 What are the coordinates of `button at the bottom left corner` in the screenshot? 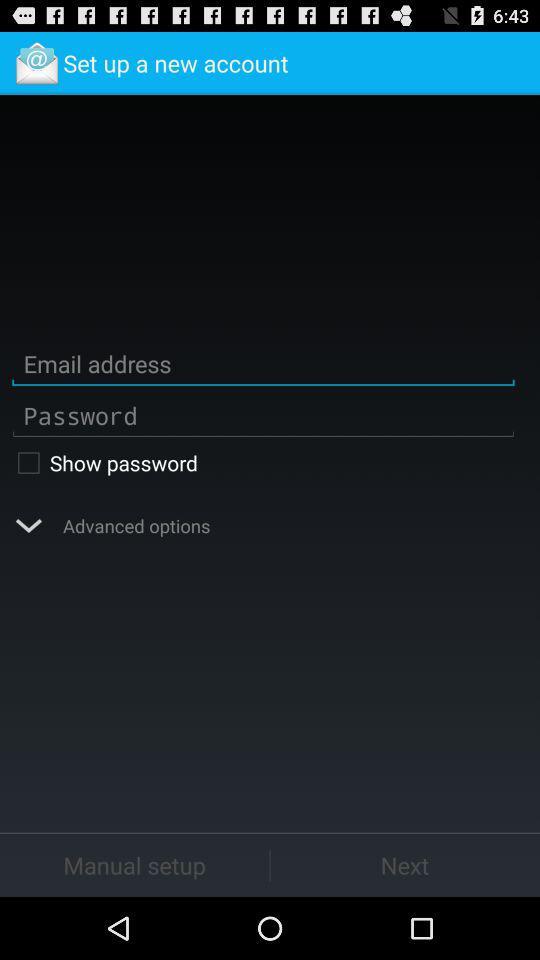 It's located at (134, 864).